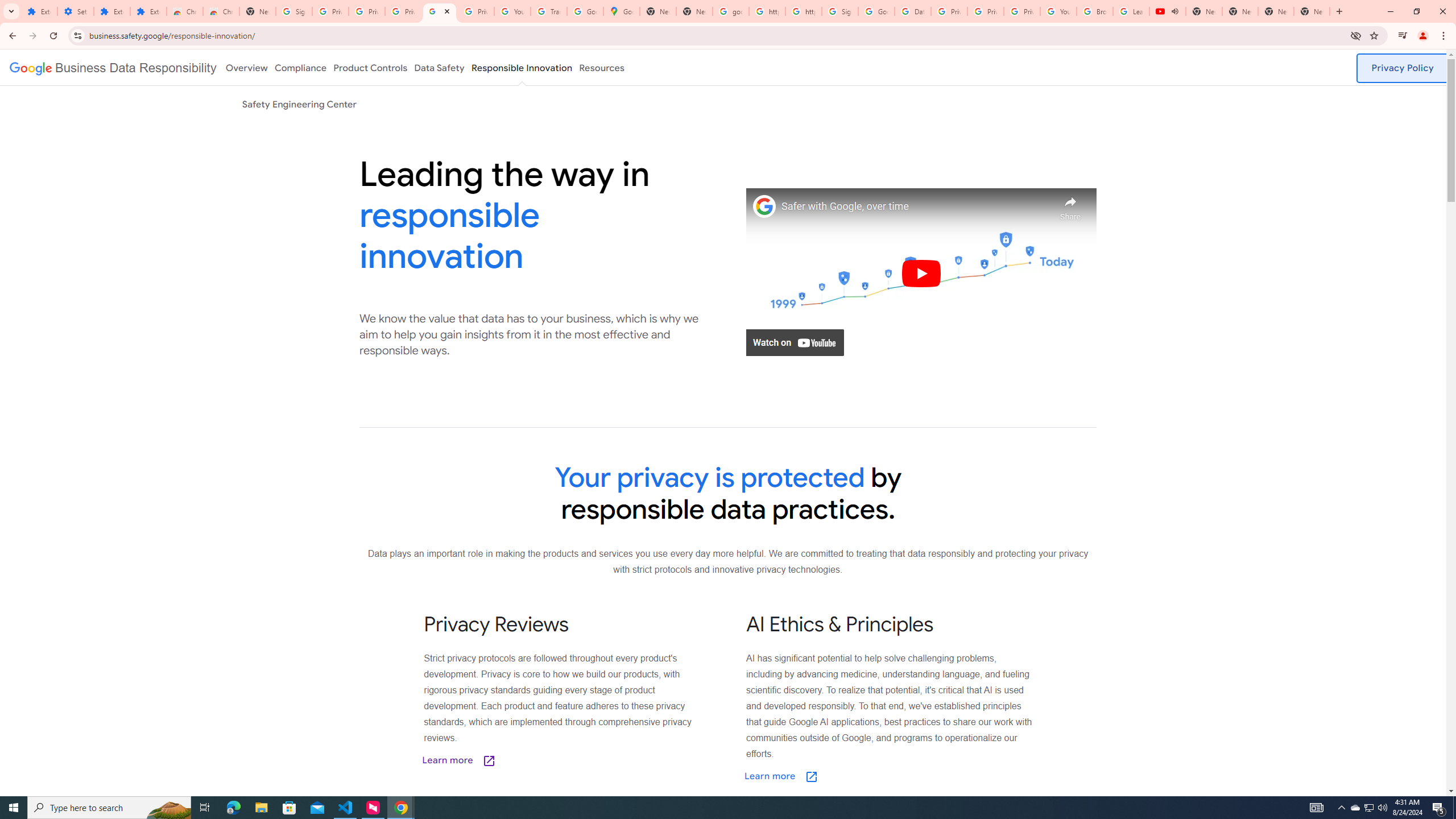  Describe the element at coordinates (621, 11) in the screenshot. I see `'Google Maps'` at that location.